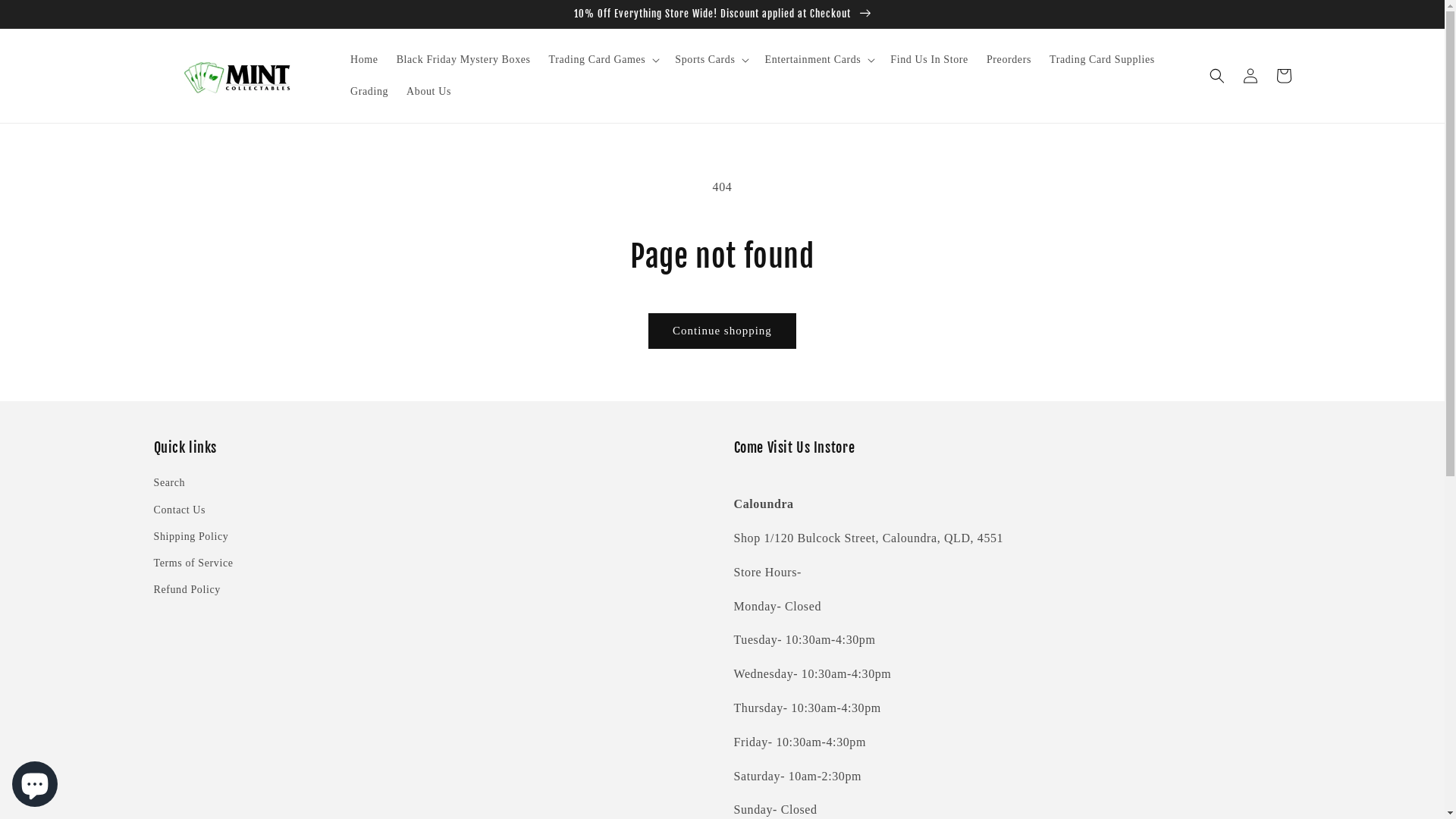 Image resolution: width=1456 pixels, height=819 pixels. I want to click on 'Shipping Policy', so click(152, 535).